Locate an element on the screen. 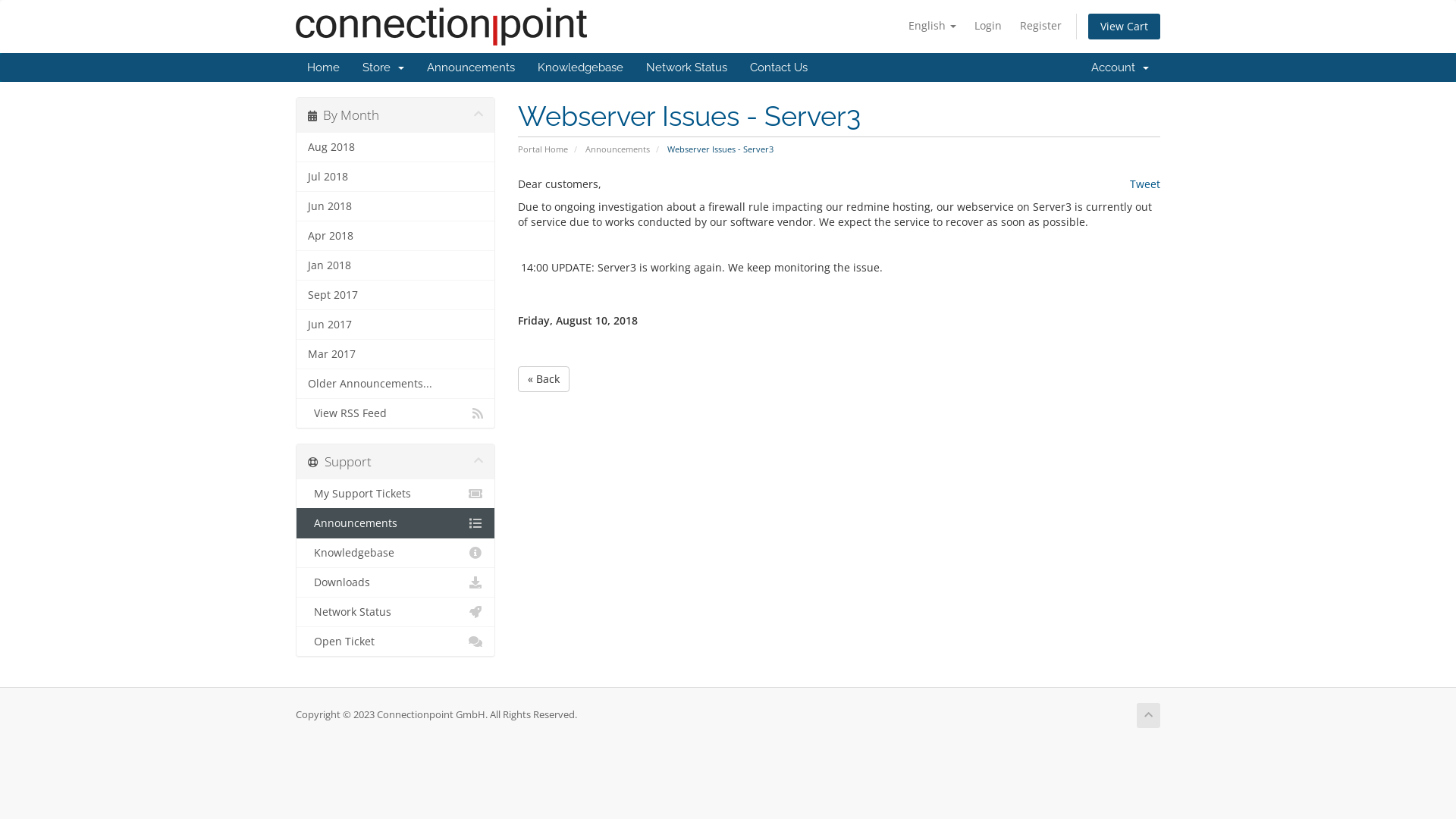 The image size is (1456, 819). 'Register' is located at coordinates (1040, 26).